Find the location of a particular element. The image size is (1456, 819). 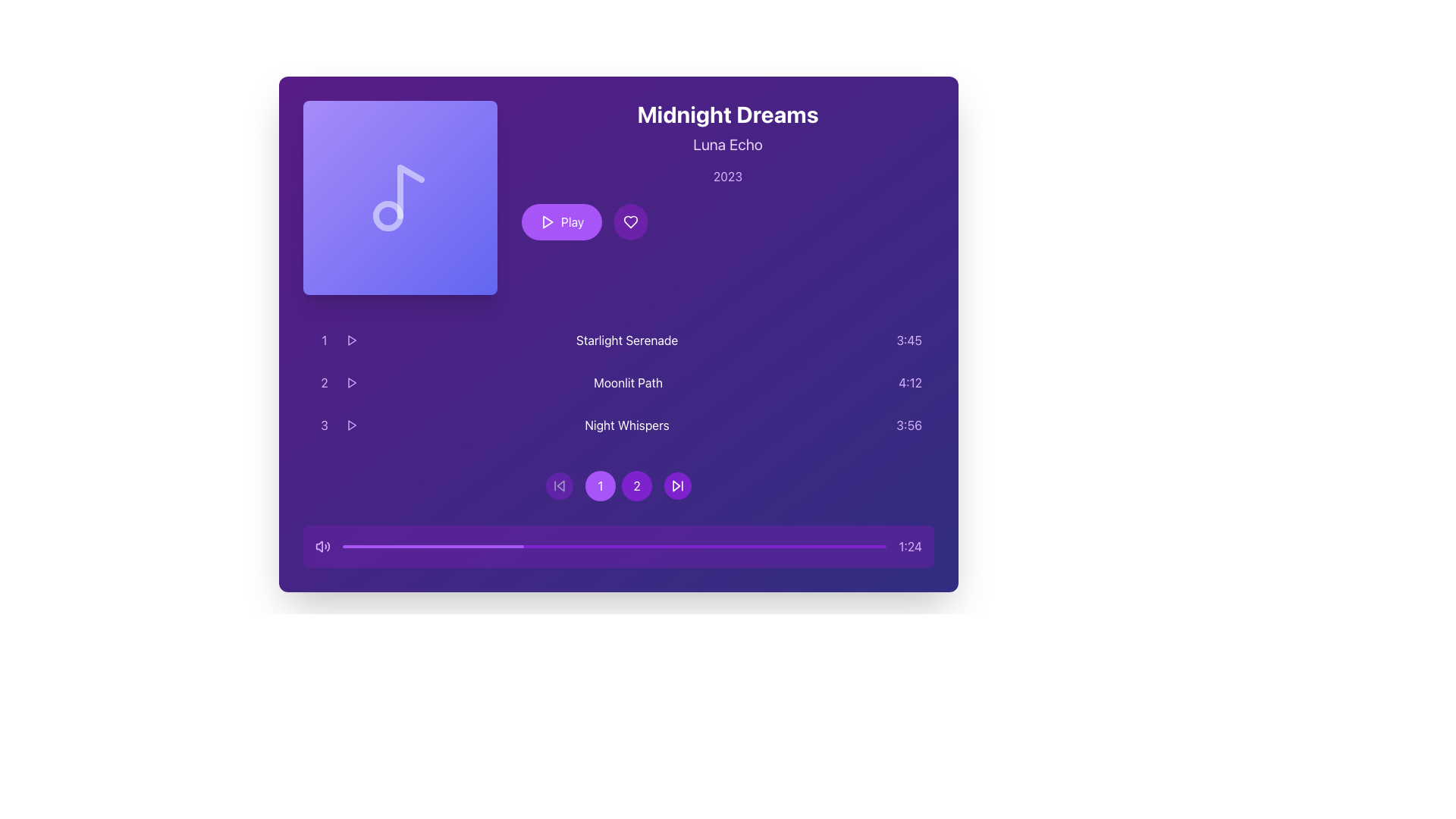

the play button for the second track is located at coordinates (351, 382).